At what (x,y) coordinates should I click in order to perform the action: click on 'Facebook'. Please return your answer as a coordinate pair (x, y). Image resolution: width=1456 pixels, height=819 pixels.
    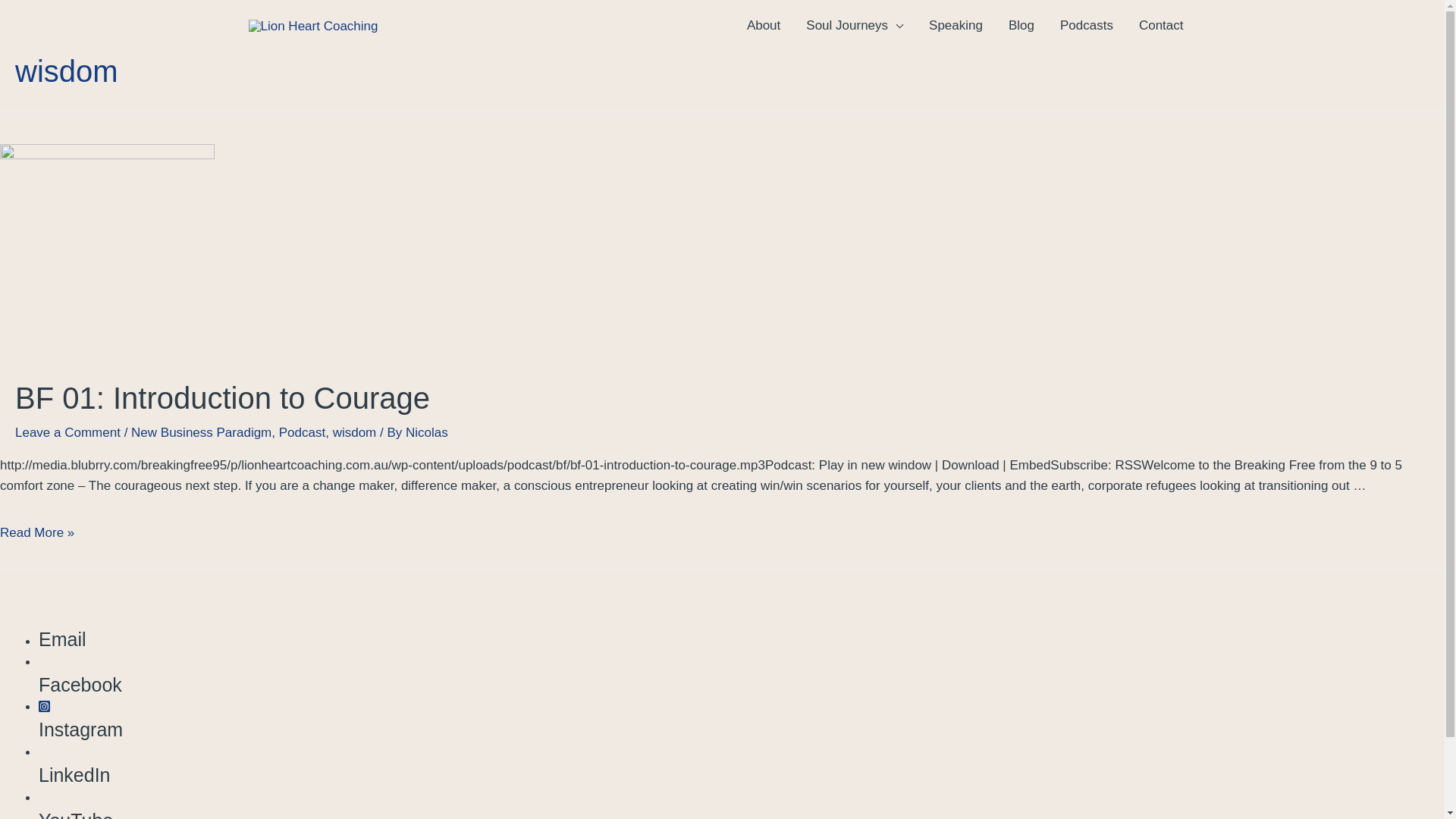
    Looking at the image, I should click on (742, 674).